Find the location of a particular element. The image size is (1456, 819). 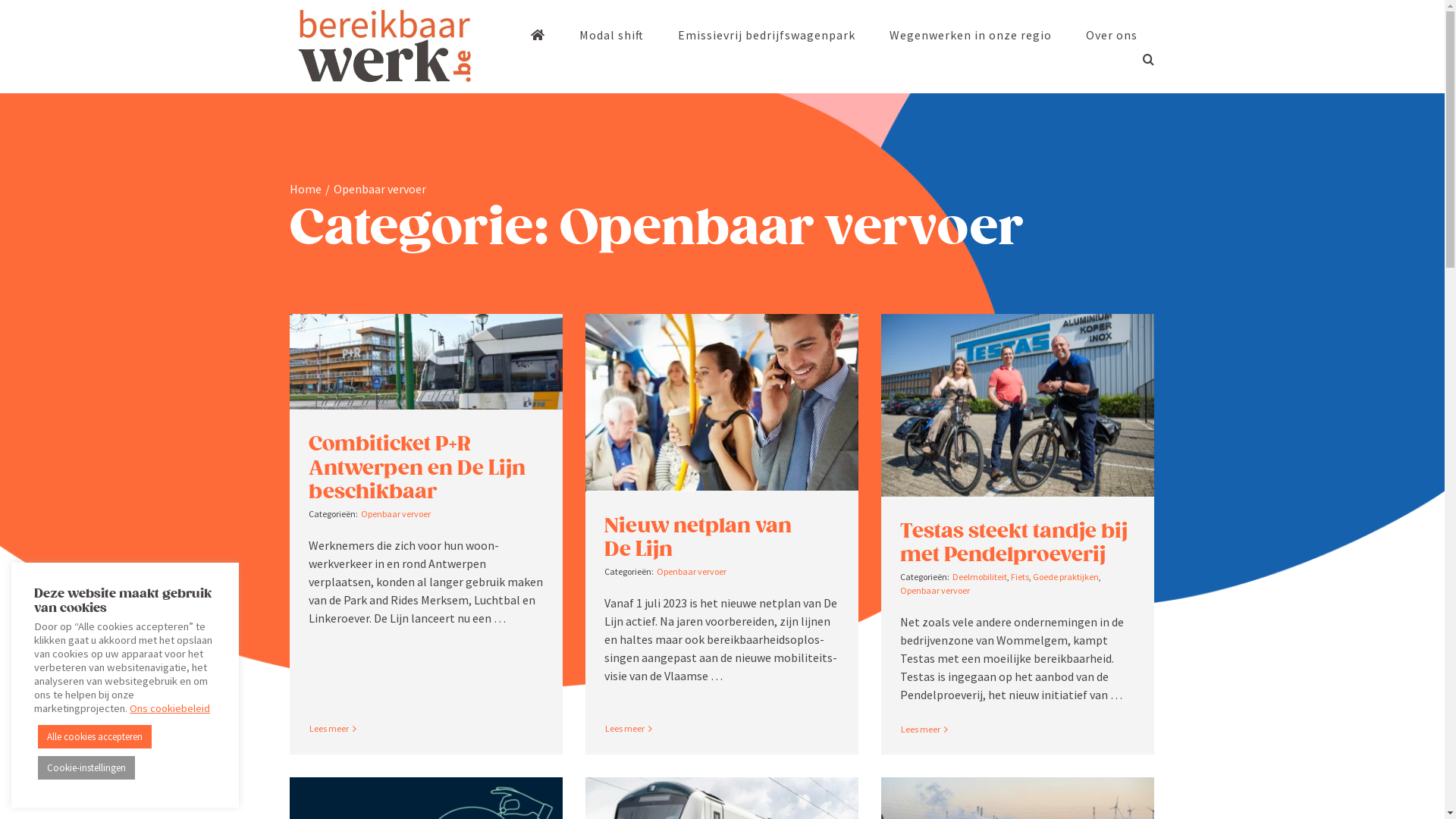

'Cookie-instellingen' is located at coordinates (86, 767).